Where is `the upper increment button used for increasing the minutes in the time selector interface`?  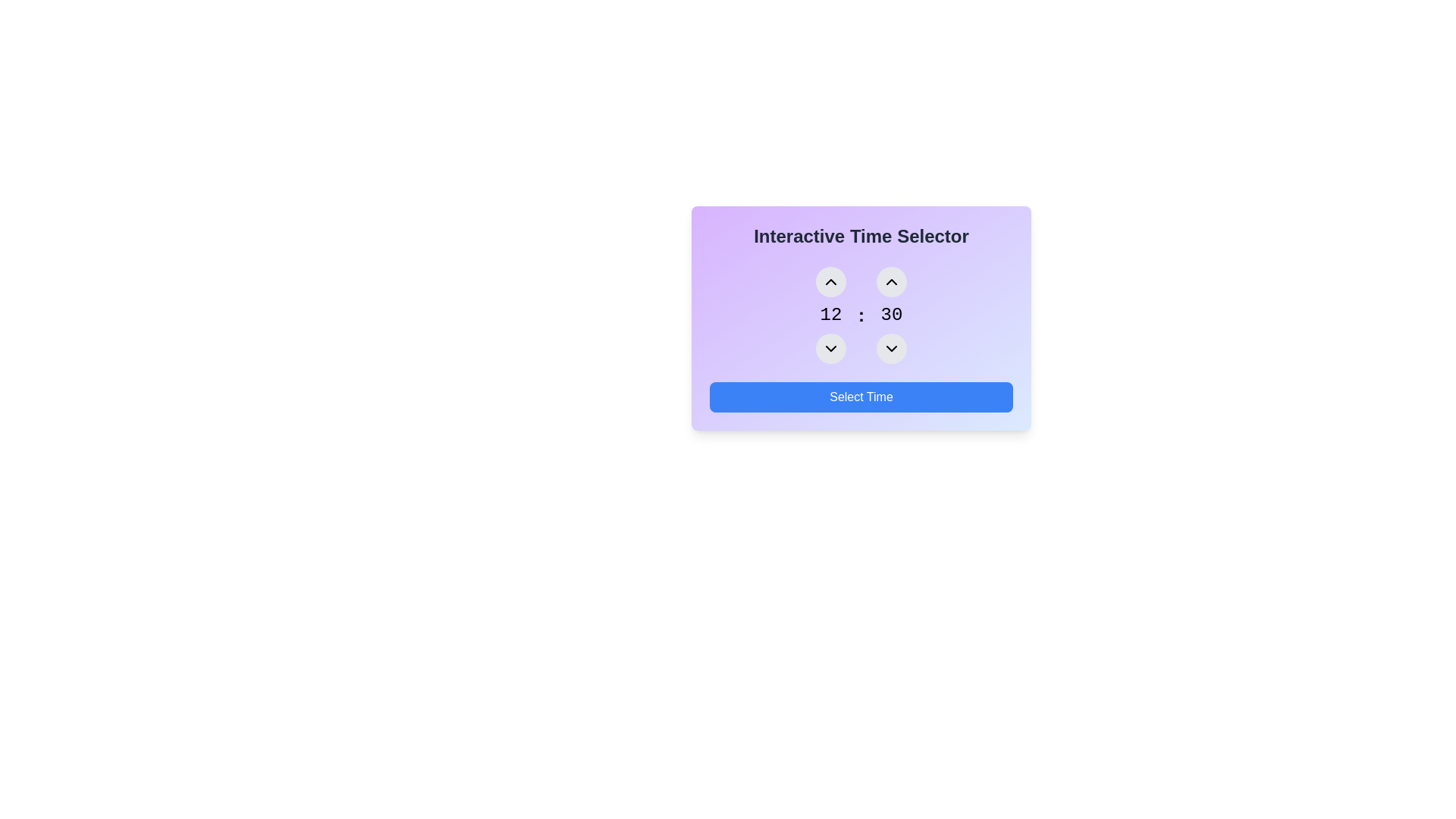 the upper increment button used for increasing the minutes in the time selector interface is located at coordinates (892, 281).